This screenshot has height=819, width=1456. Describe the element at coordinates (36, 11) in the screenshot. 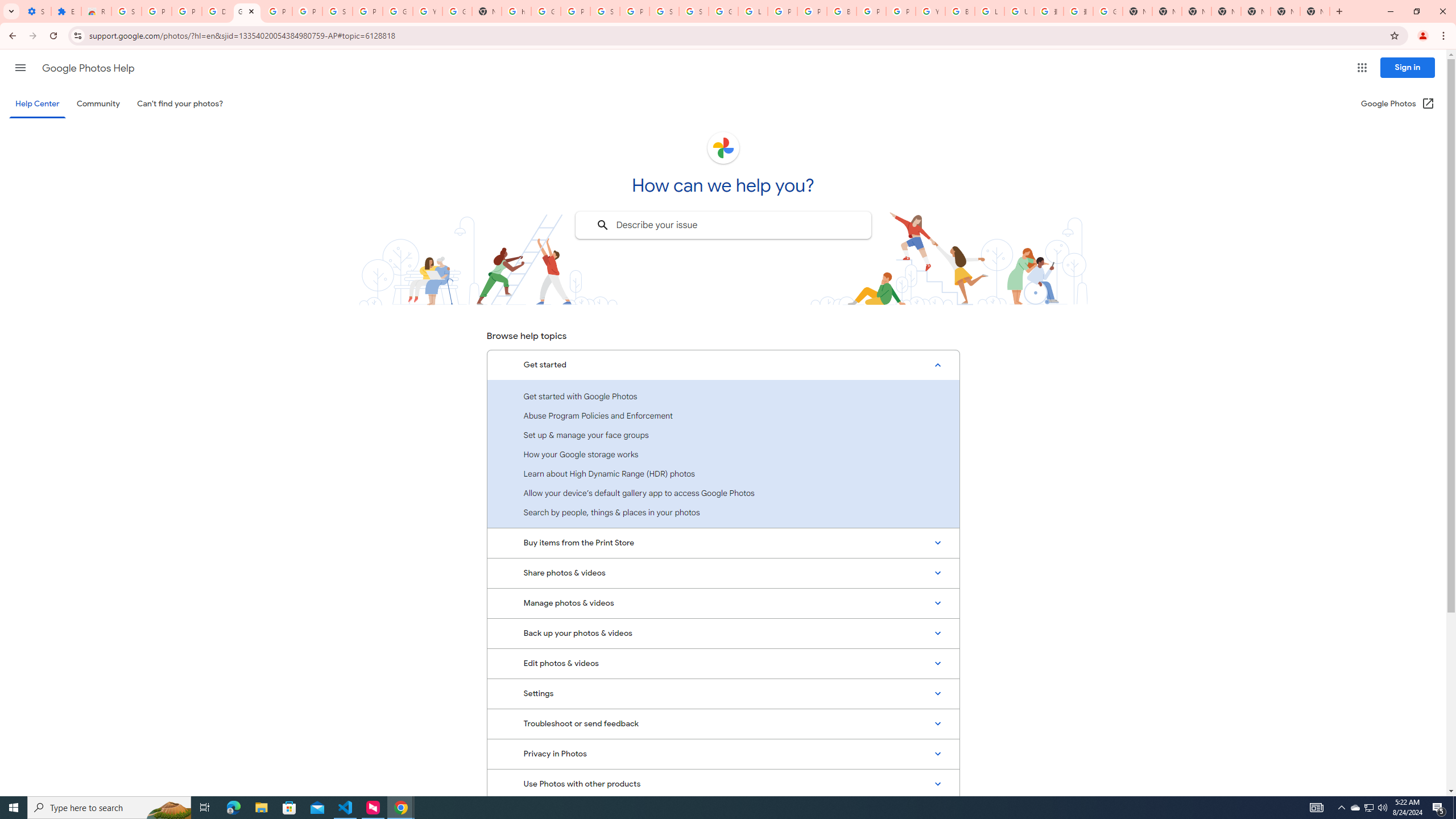

I see `'Settings - On startup'` at that location.